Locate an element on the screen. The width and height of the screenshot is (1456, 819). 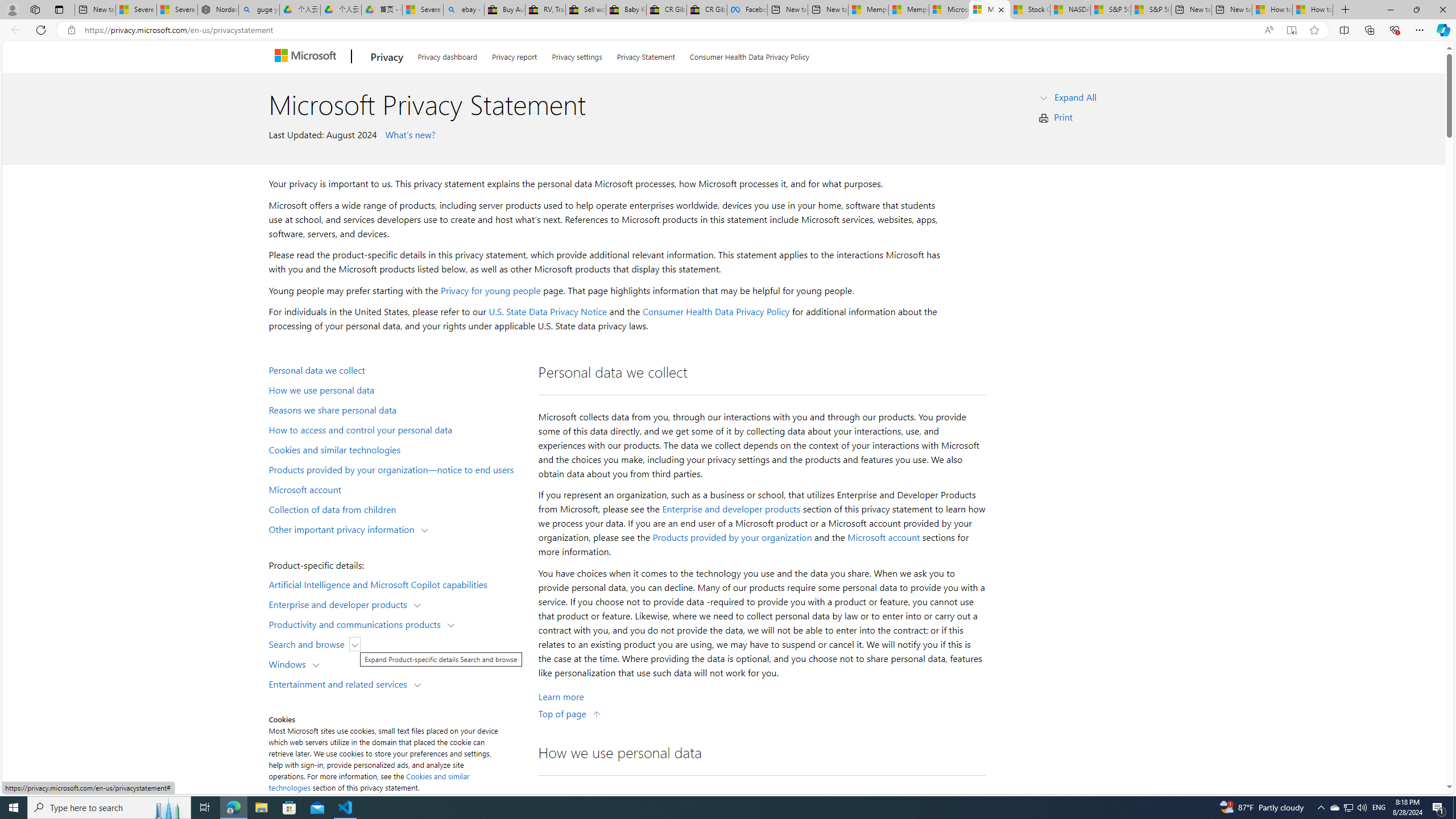
'Privacy dashboard' is located at coordinates (447, 54).